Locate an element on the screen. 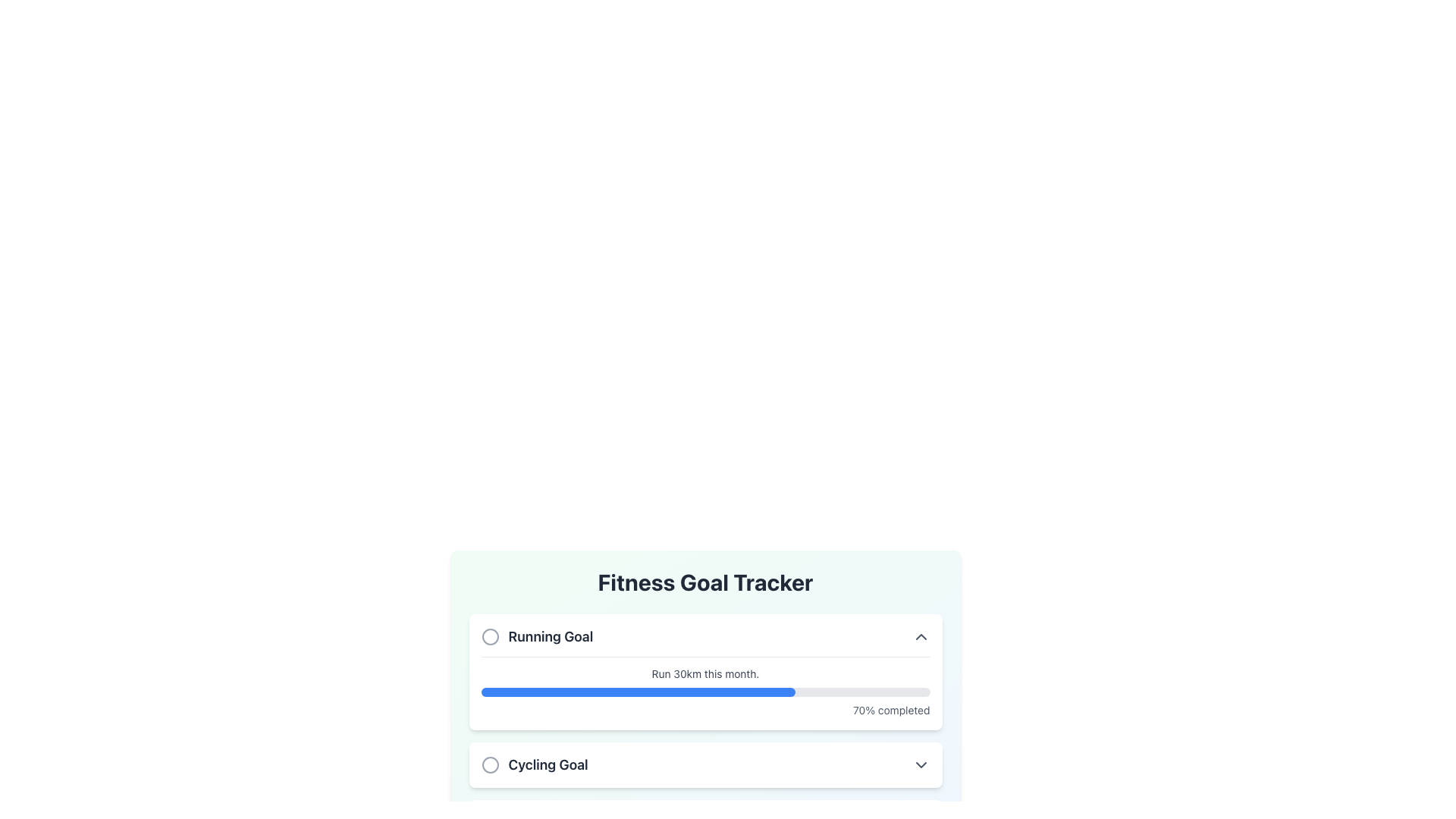  the circular icon located at the top-left corner of the 'Running Goal' card, which is styled with a gray stroke and indicates the goal's category is located at coordinates (490, 637).